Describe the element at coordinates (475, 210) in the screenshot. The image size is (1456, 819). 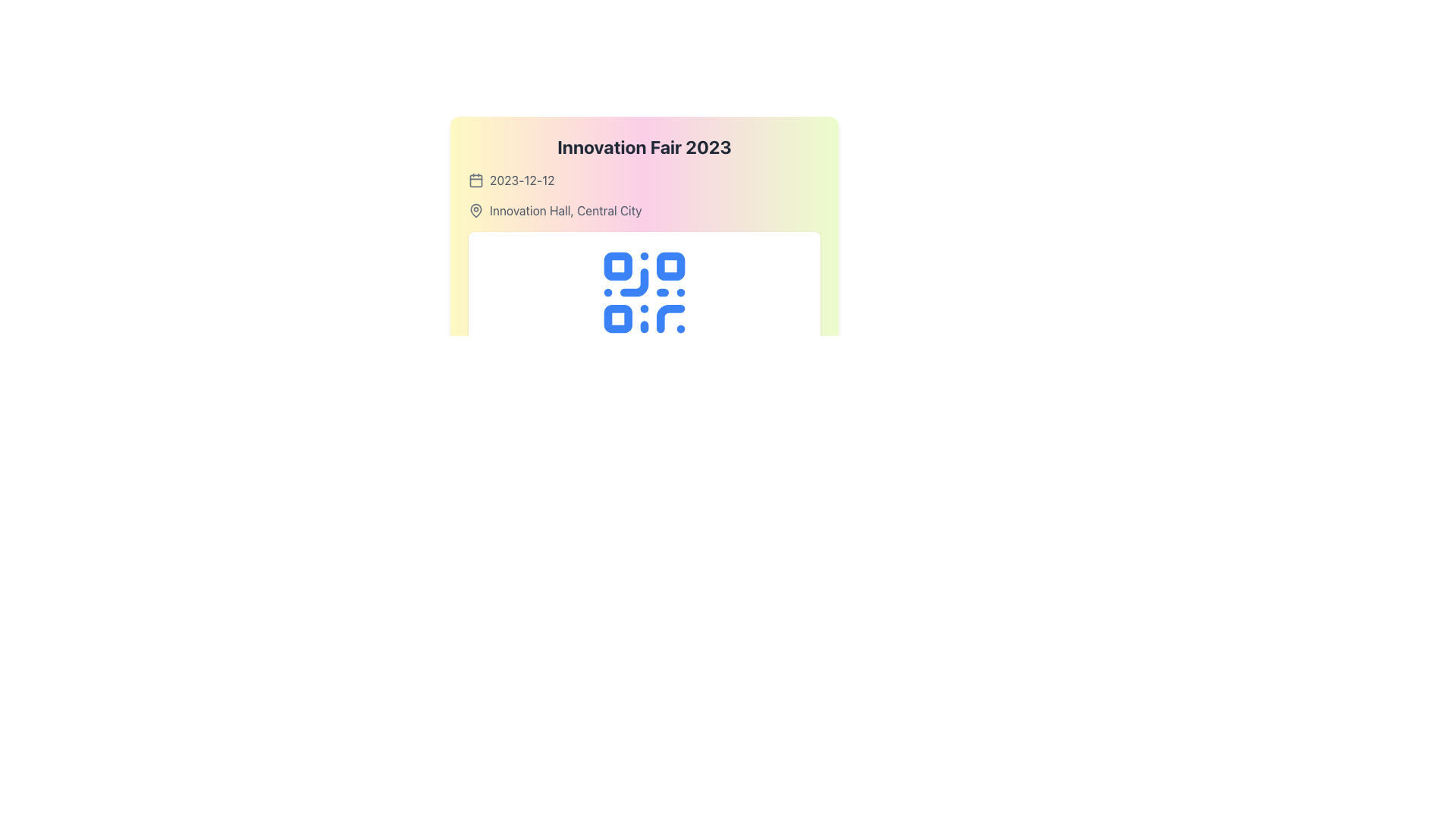
I see `the decorative vector graphic representing a location pin, which is located to the left of the text 'Innovation Hall, Central City.'` at that location.